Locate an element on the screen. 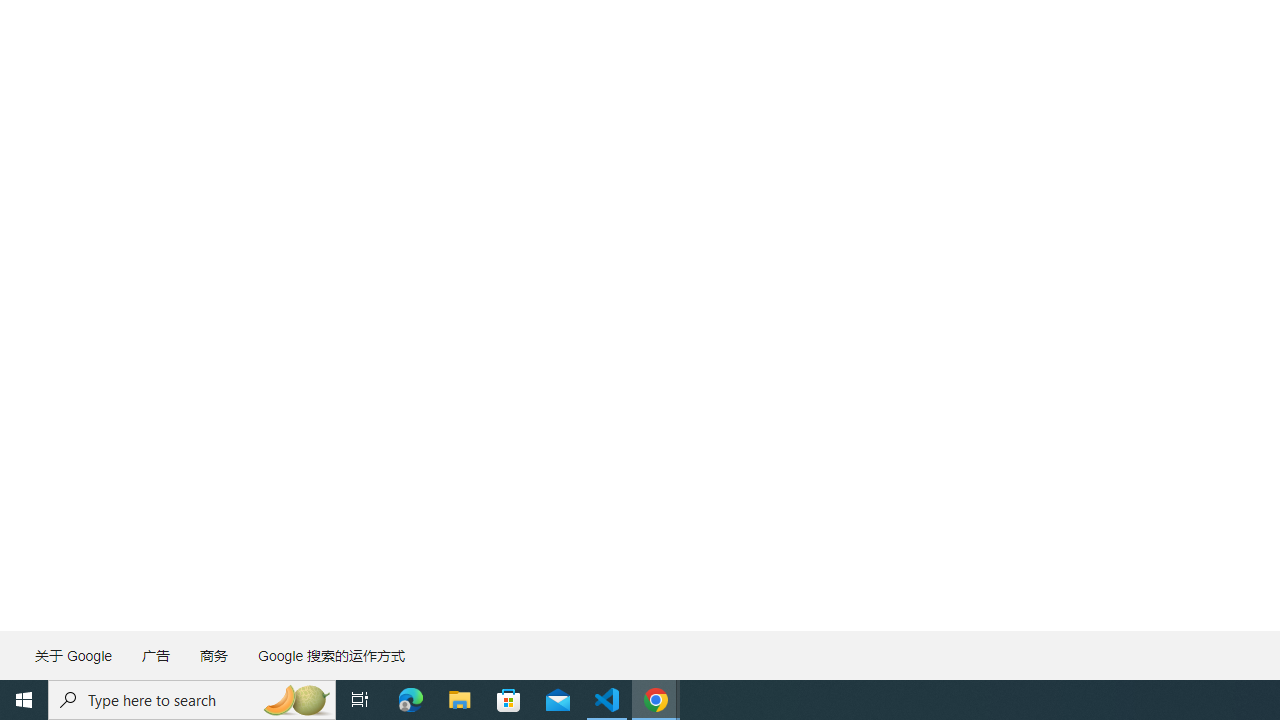 This screenshot has height=720, width=1280. 'Microsoft Edge' is located at coordinates (410, 698).